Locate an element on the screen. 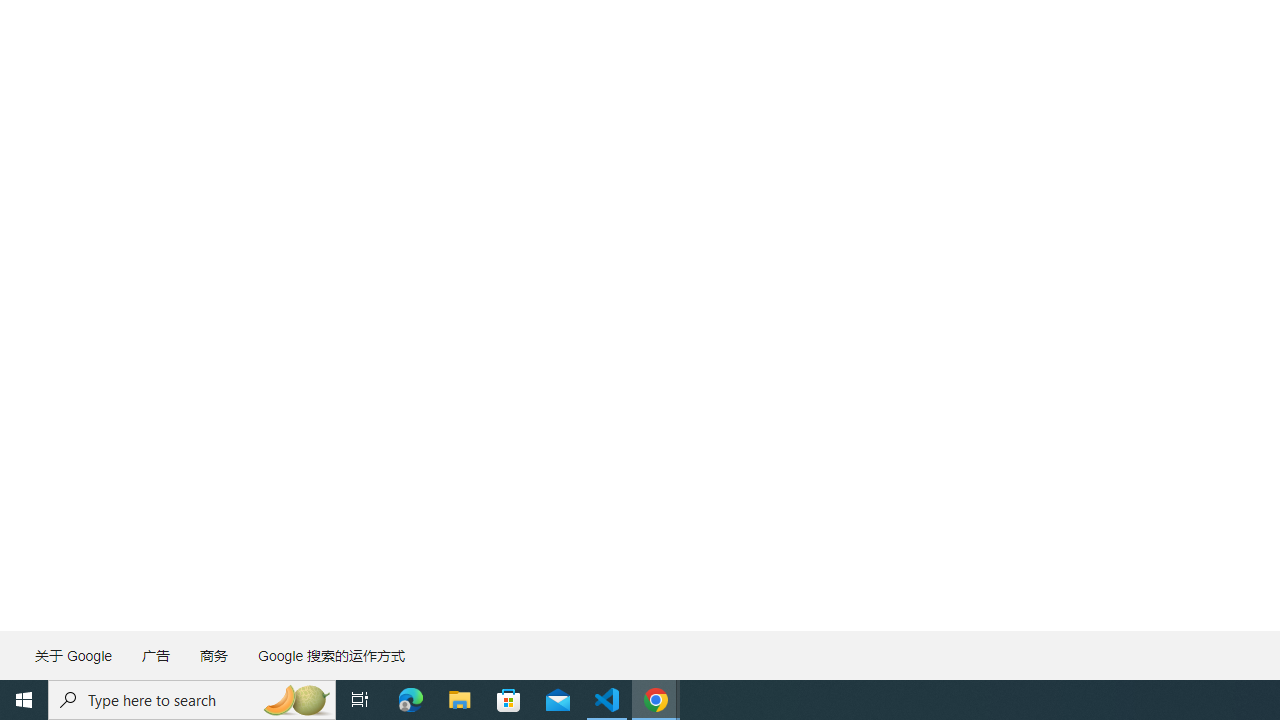 This screenshot has height=720, width=1280. 'Microsoft Edge' is located at coordinates (410, 698).